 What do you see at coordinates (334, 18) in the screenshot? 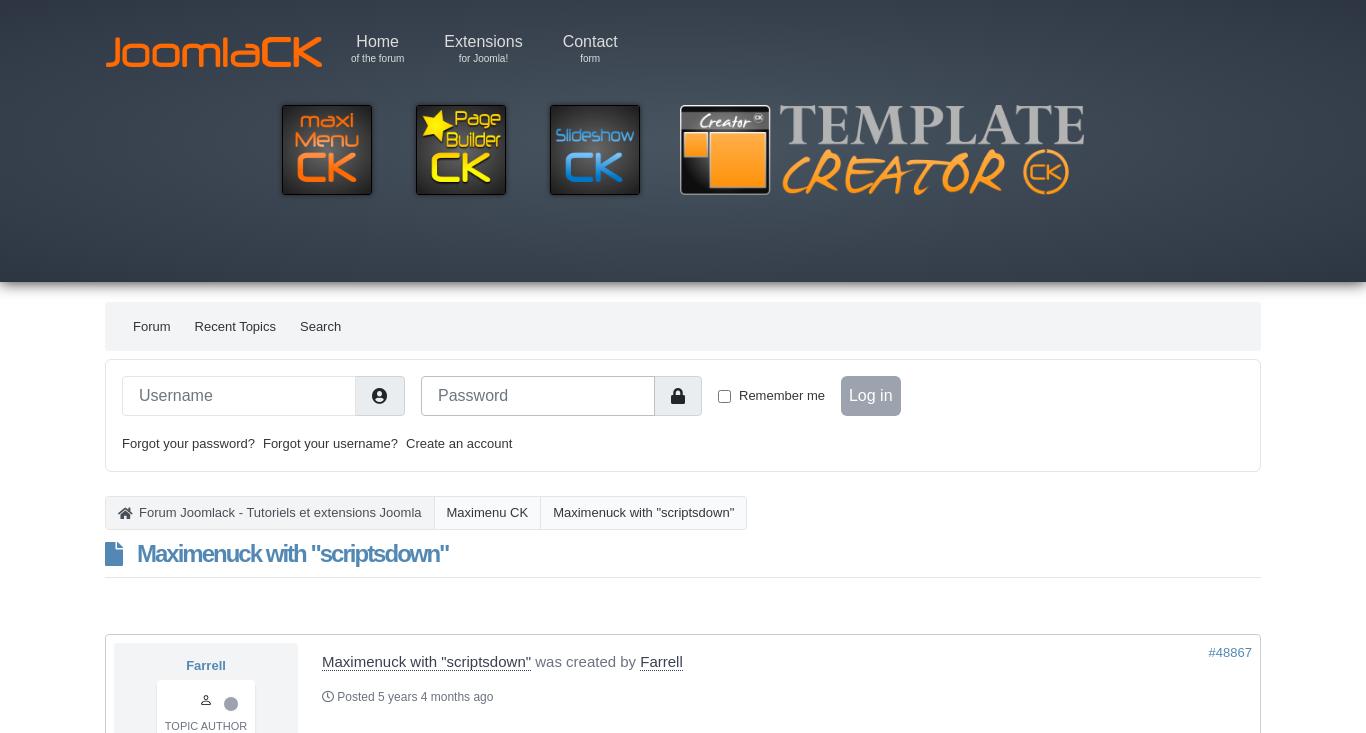
I see `'CEd'` at bounding box center [334, 18].